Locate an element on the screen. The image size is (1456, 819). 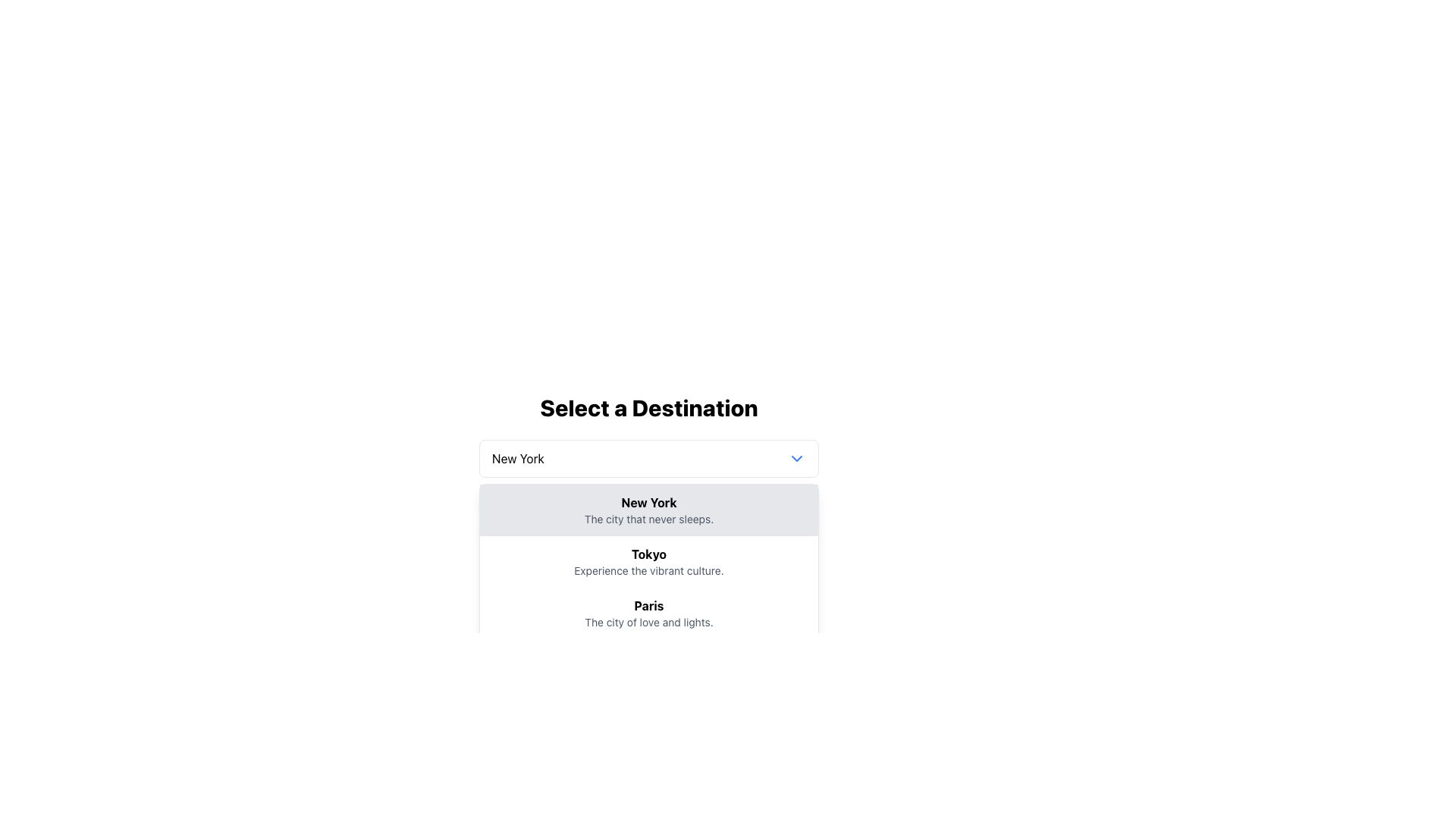
the third item in the dropdown menu is located at coordinates (648, 613).